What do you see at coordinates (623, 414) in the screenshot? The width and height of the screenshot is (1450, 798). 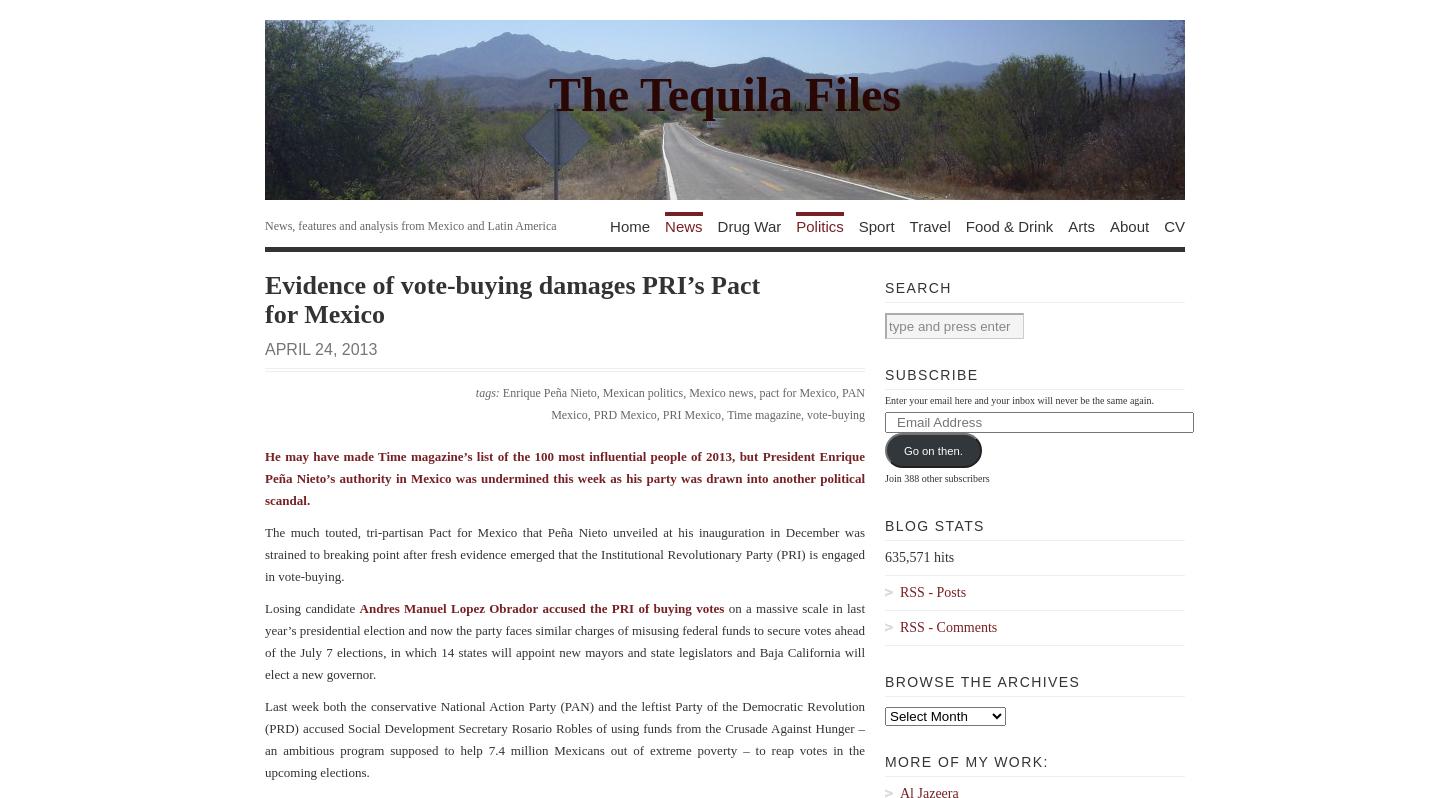 I see `'PRD Mexico'` at bounding box center [623, 414].